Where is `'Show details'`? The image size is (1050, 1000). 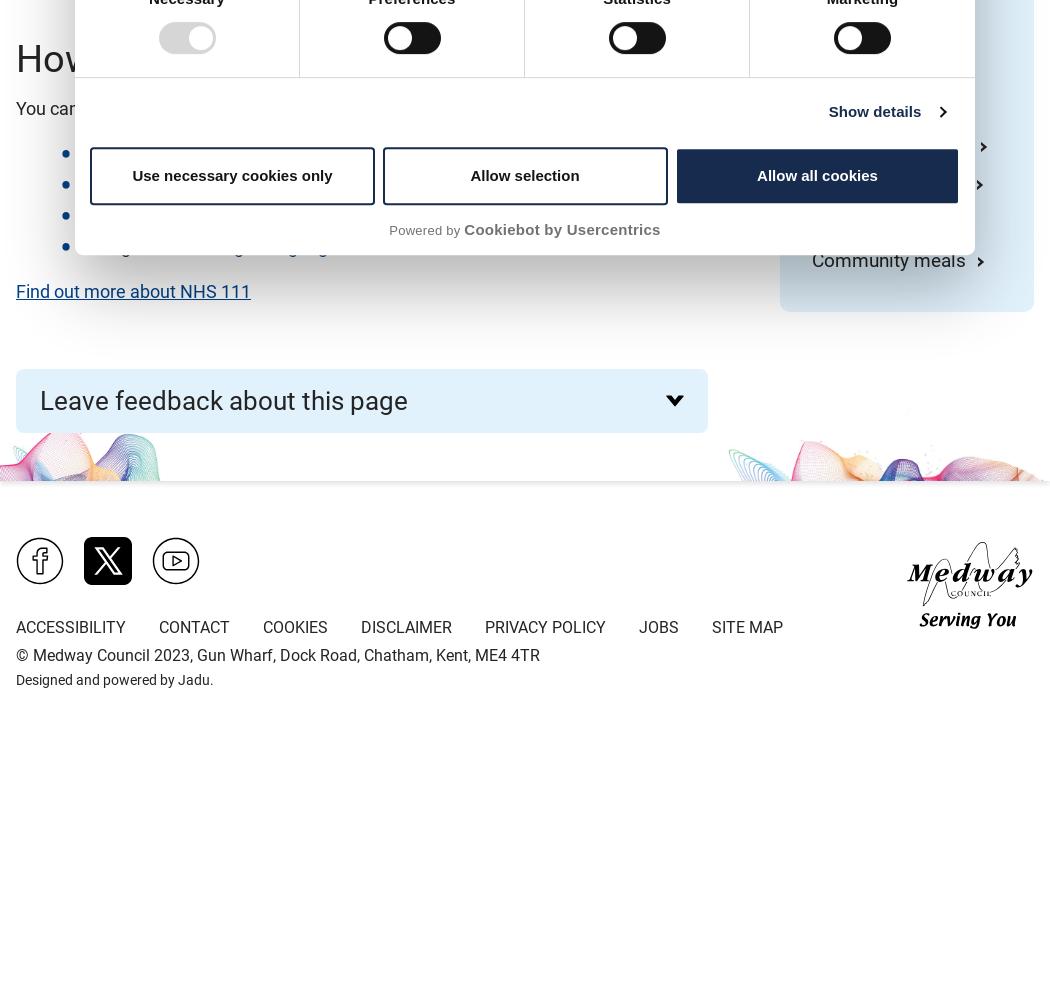
'Show details' is located at coordinates (828, 110).